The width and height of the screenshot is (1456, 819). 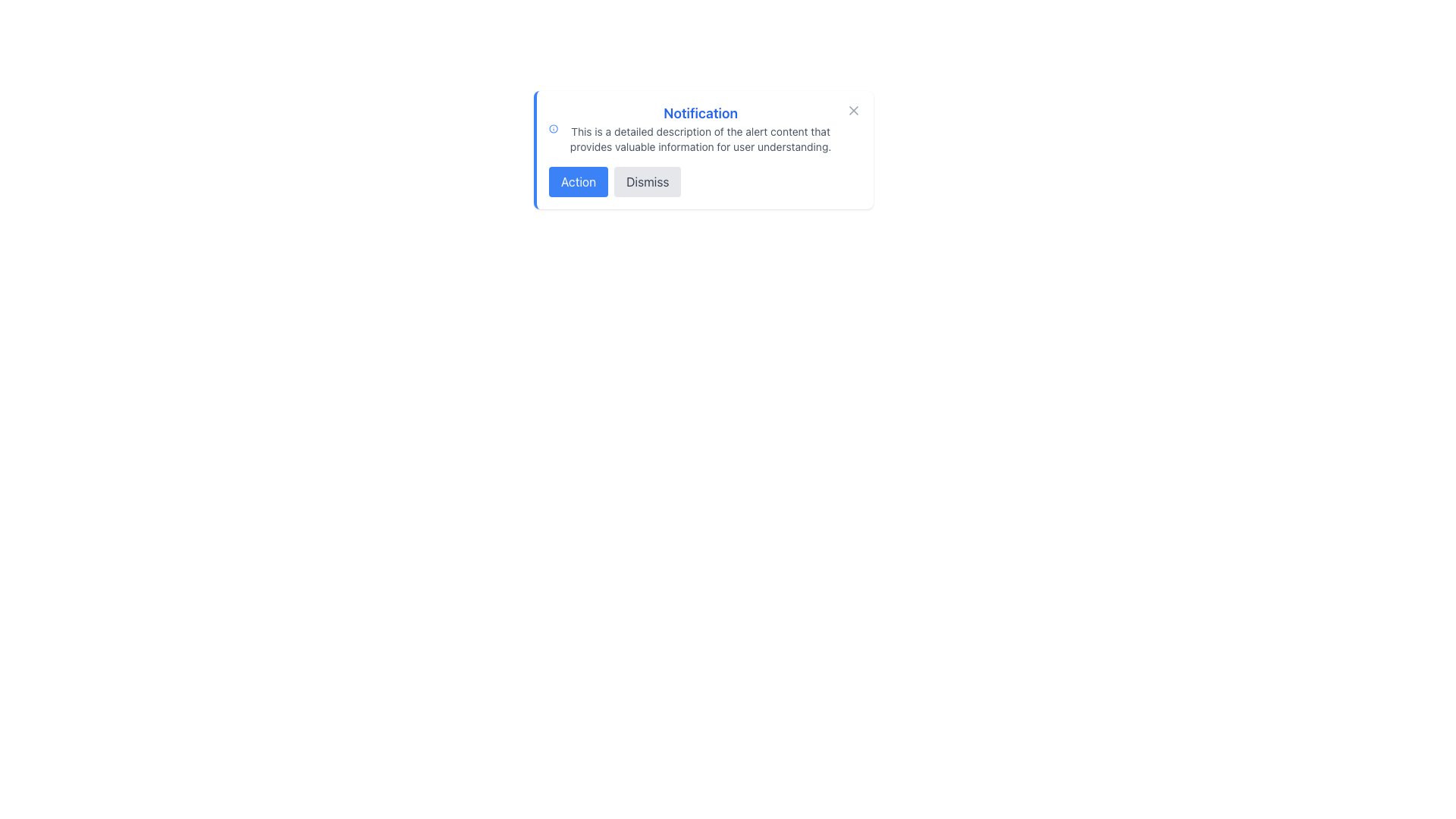 I want to click on the group of buttons labeled 'Action' and 'Dismiss', so click(x=704, y=180).